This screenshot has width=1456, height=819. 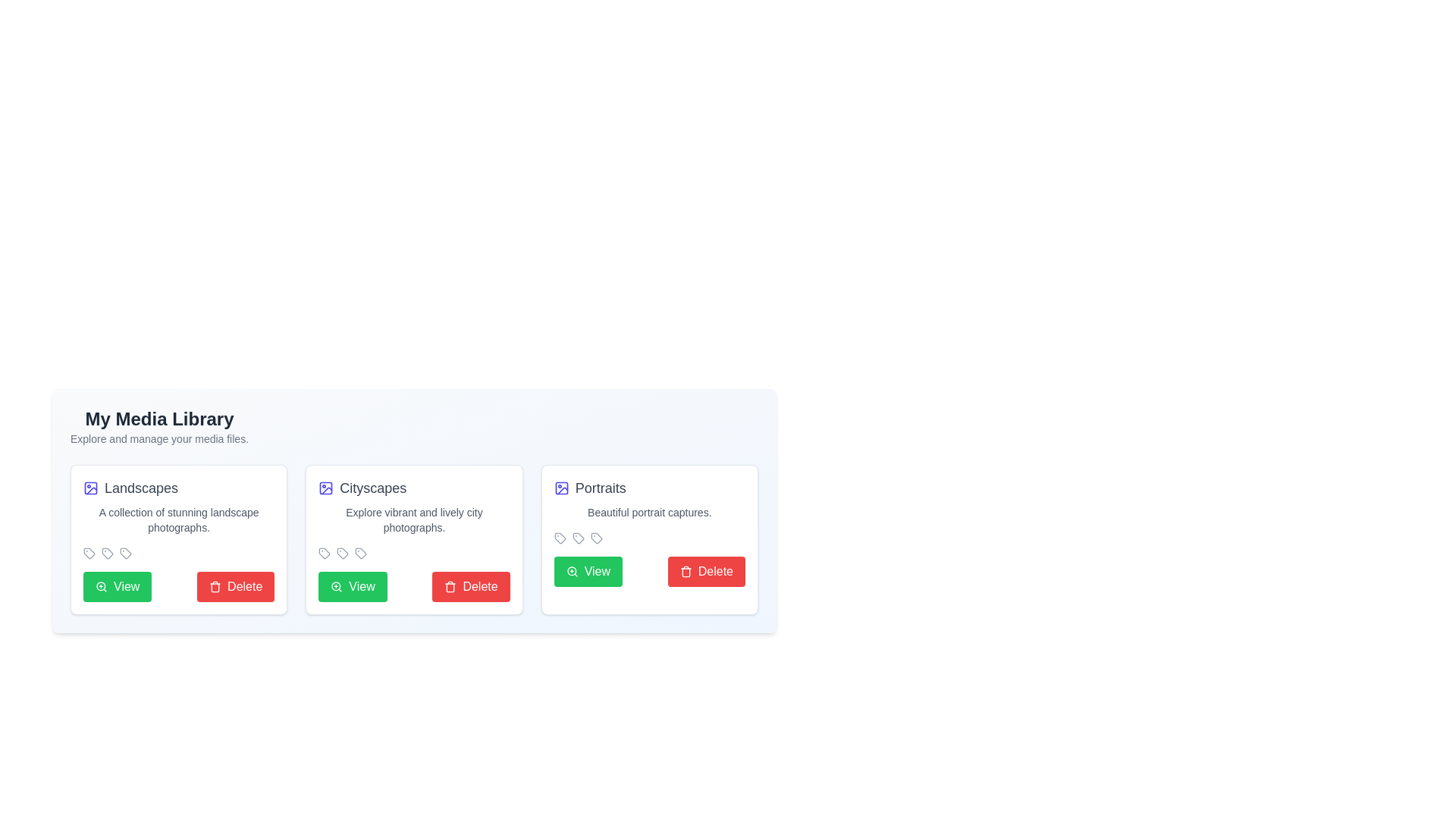 What do you see at coordinates (577, 537) in the screenshot?
I see `the small icon shaped like a tag or label located within the third content card from the left, specifically the second icon in a sequence of small icons near the top of the card` at bounding box center [577, 537].